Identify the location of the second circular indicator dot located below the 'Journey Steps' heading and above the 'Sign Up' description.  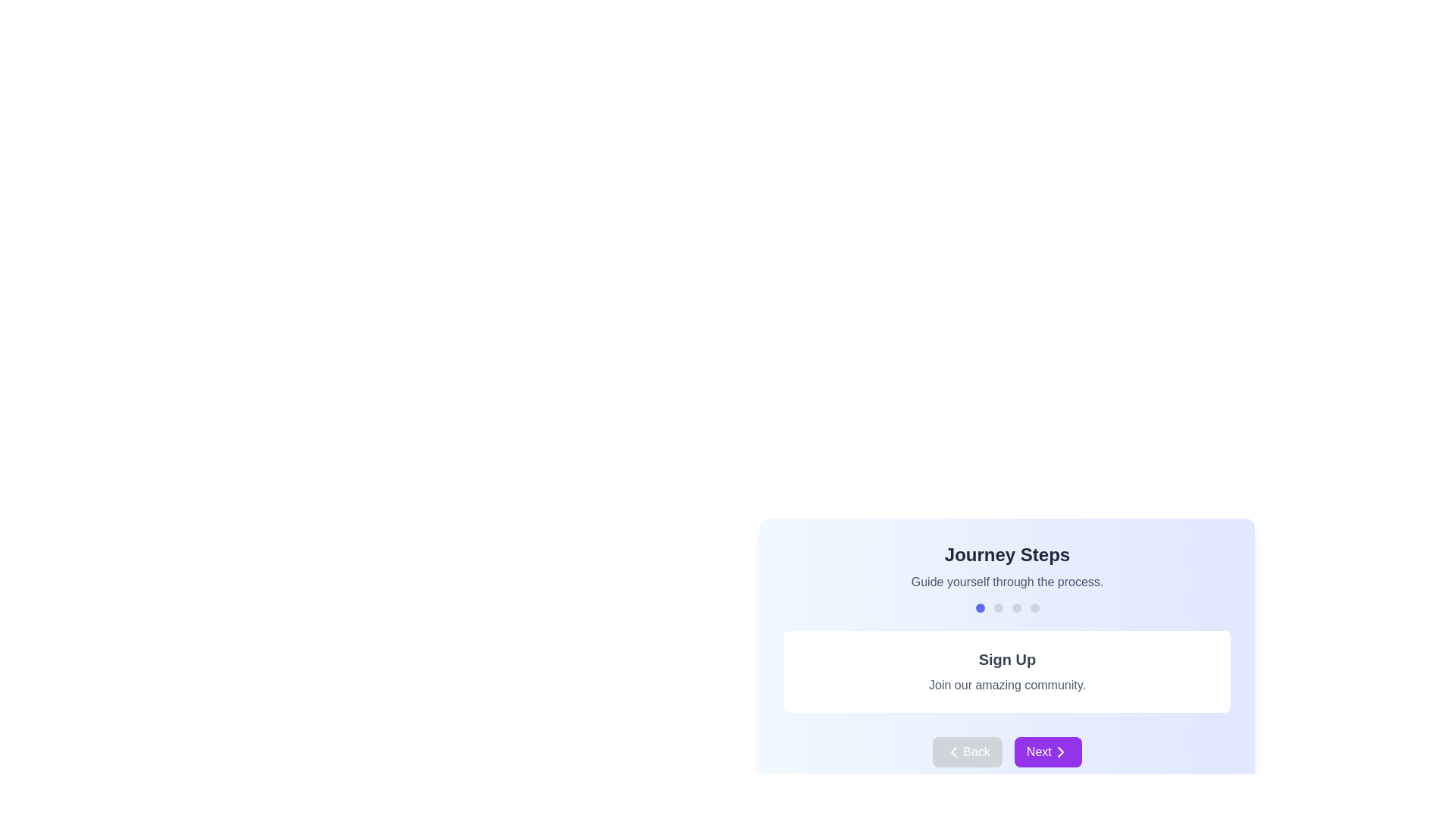
(998, 607).